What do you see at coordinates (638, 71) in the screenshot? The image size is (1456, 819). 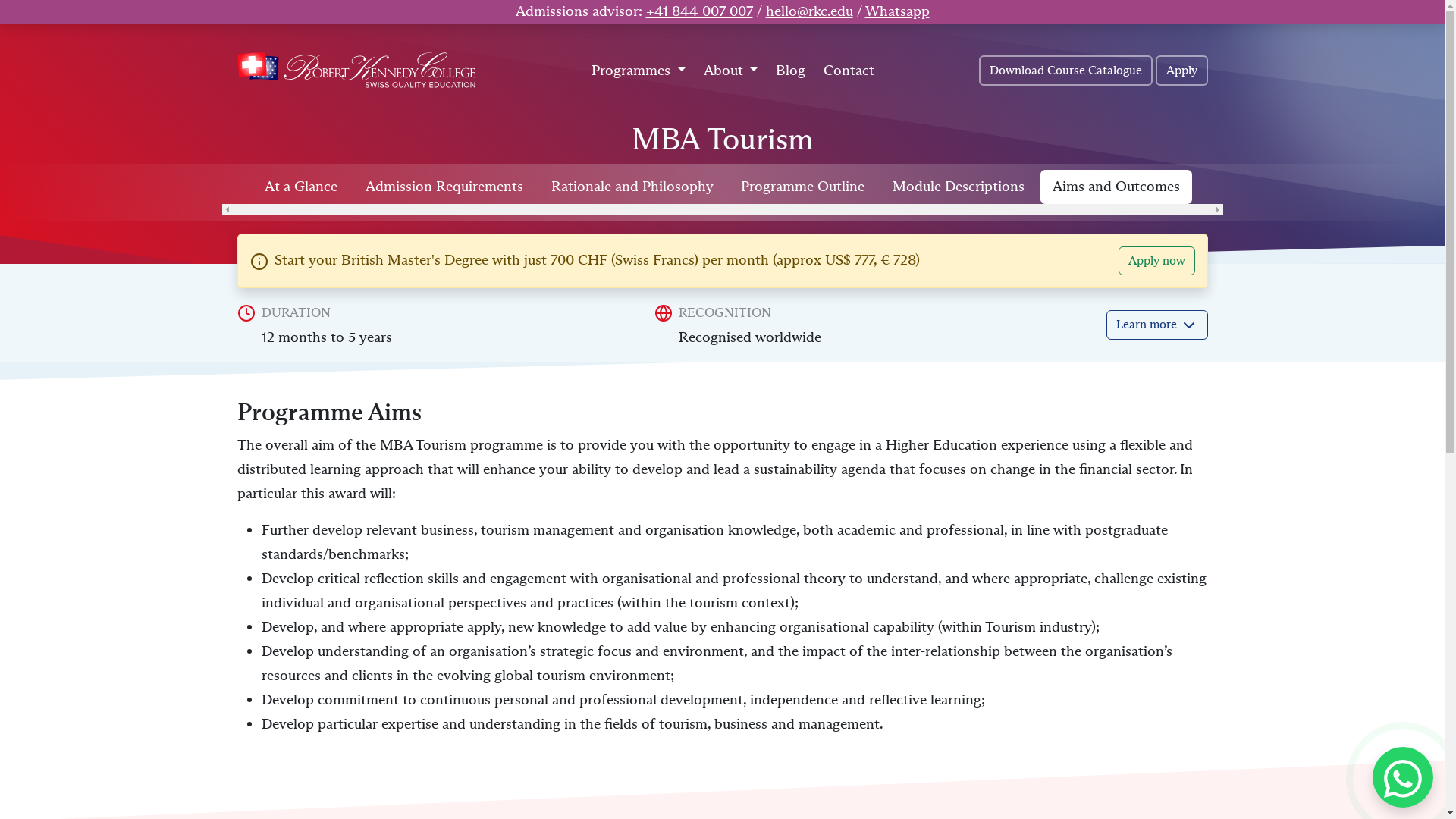 I see `'Programmes'` at bounding box center [638, 71].